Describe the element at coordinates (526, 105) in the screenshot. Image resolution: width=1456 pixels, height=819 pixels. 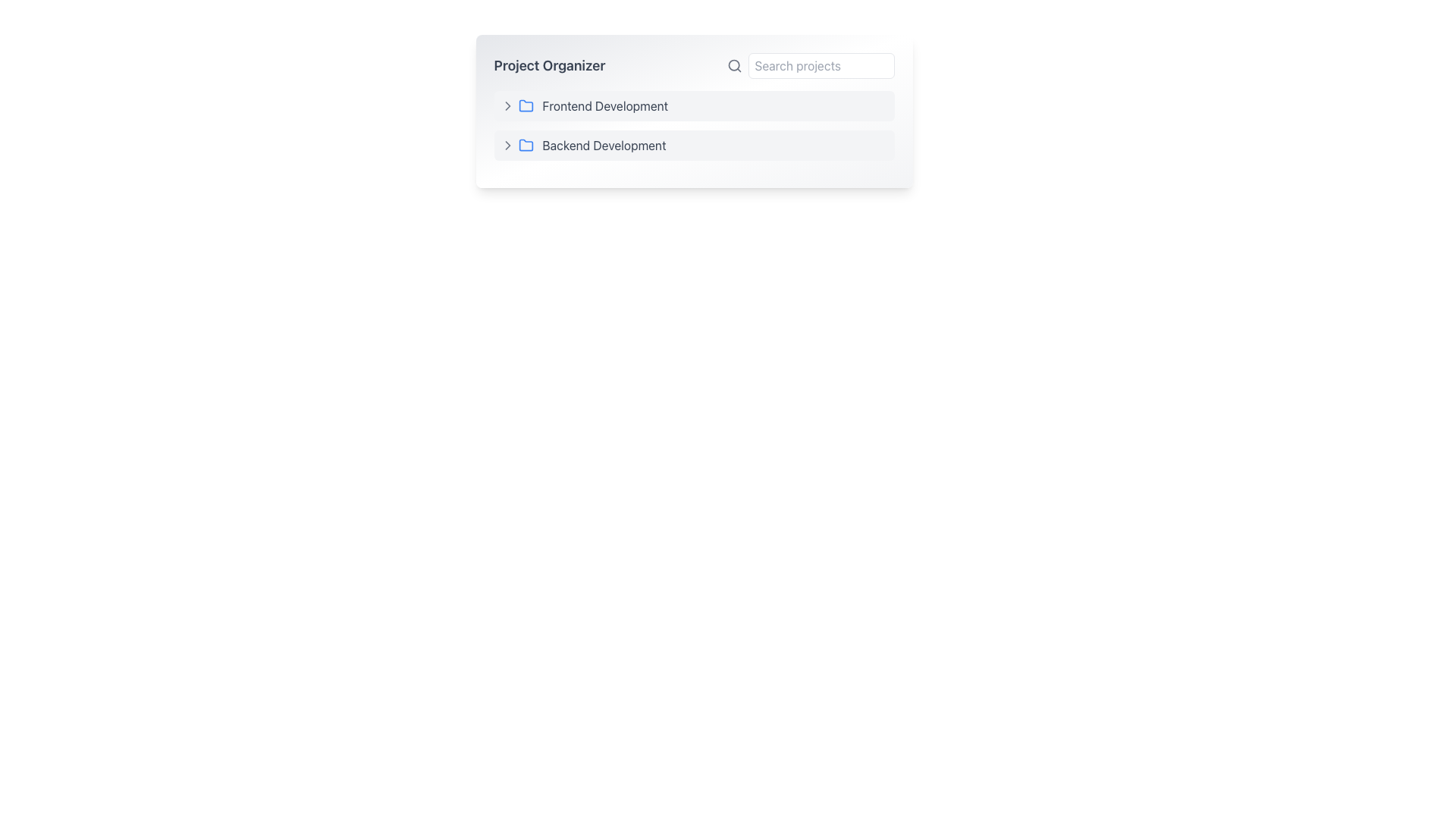
I see `the blue folder icon associated with 'Frontend Development' in the project category list` at that location.